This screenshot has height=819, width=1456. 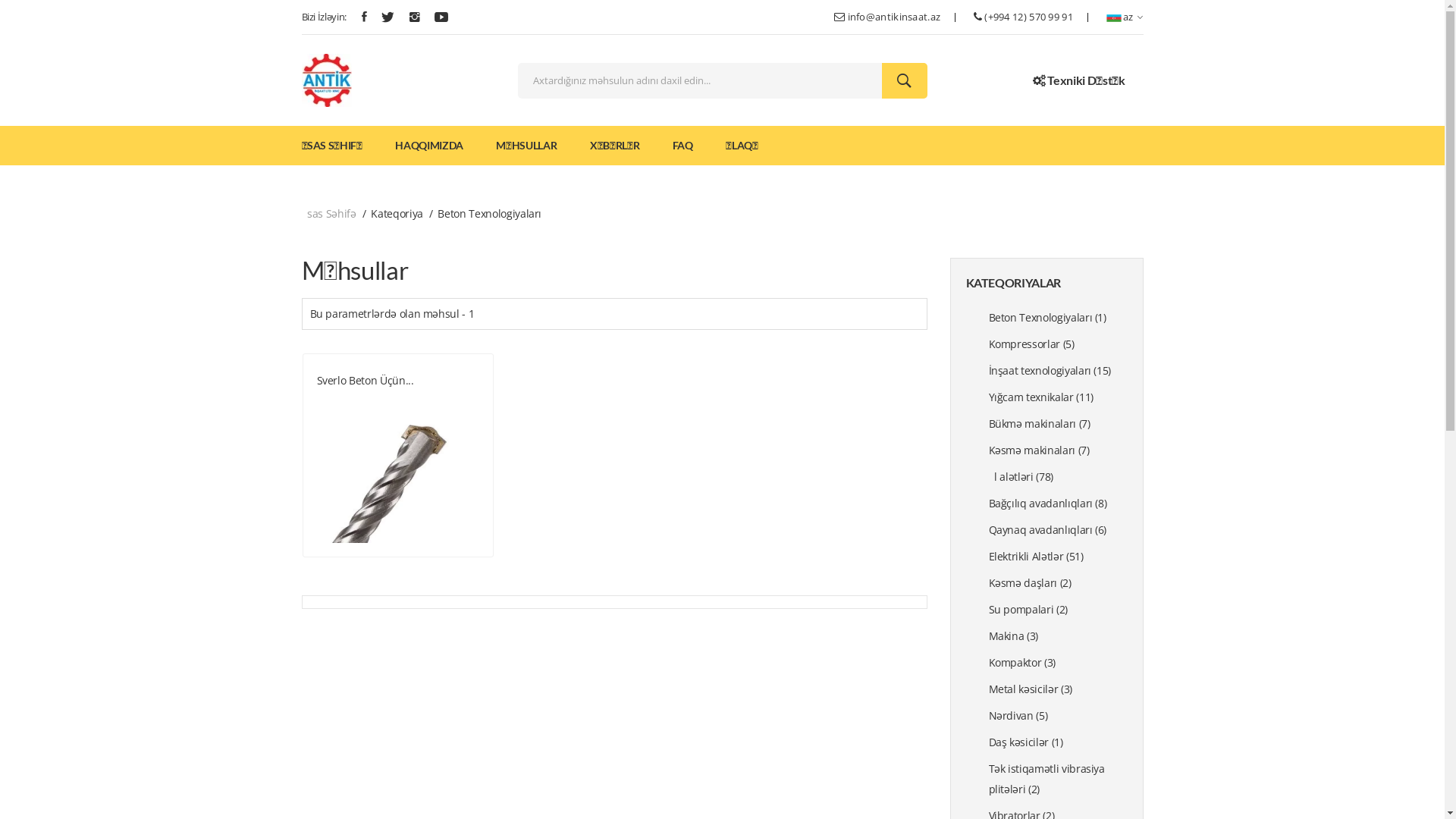 What do you see at coordinates (1057, 661) in the screenshot?
I see `'Kompaktor (3)'` at bounding box center [1057, 661].